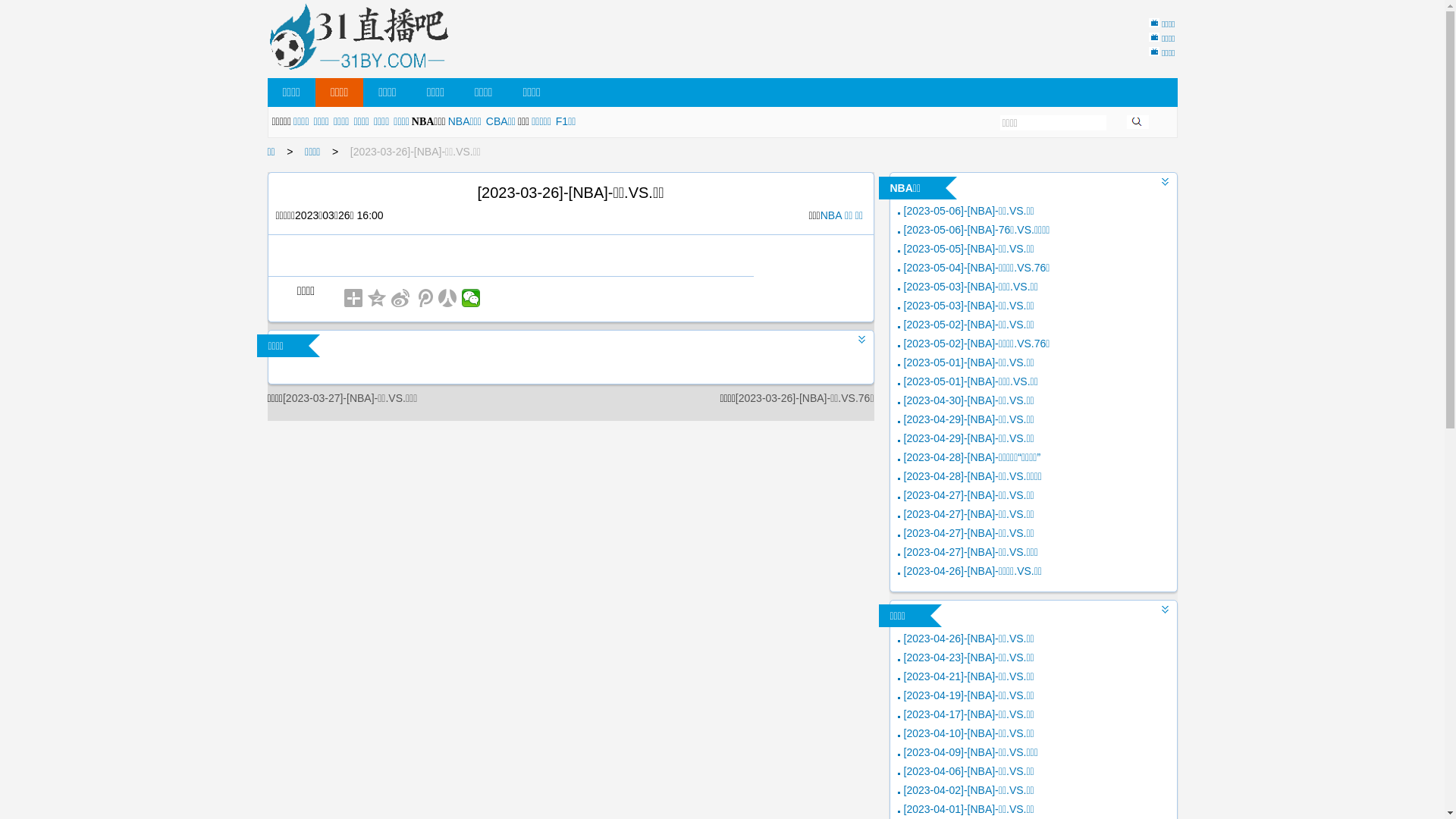 The image size is (1456, 819). I want to click on 'NBA', so click(830, 215).